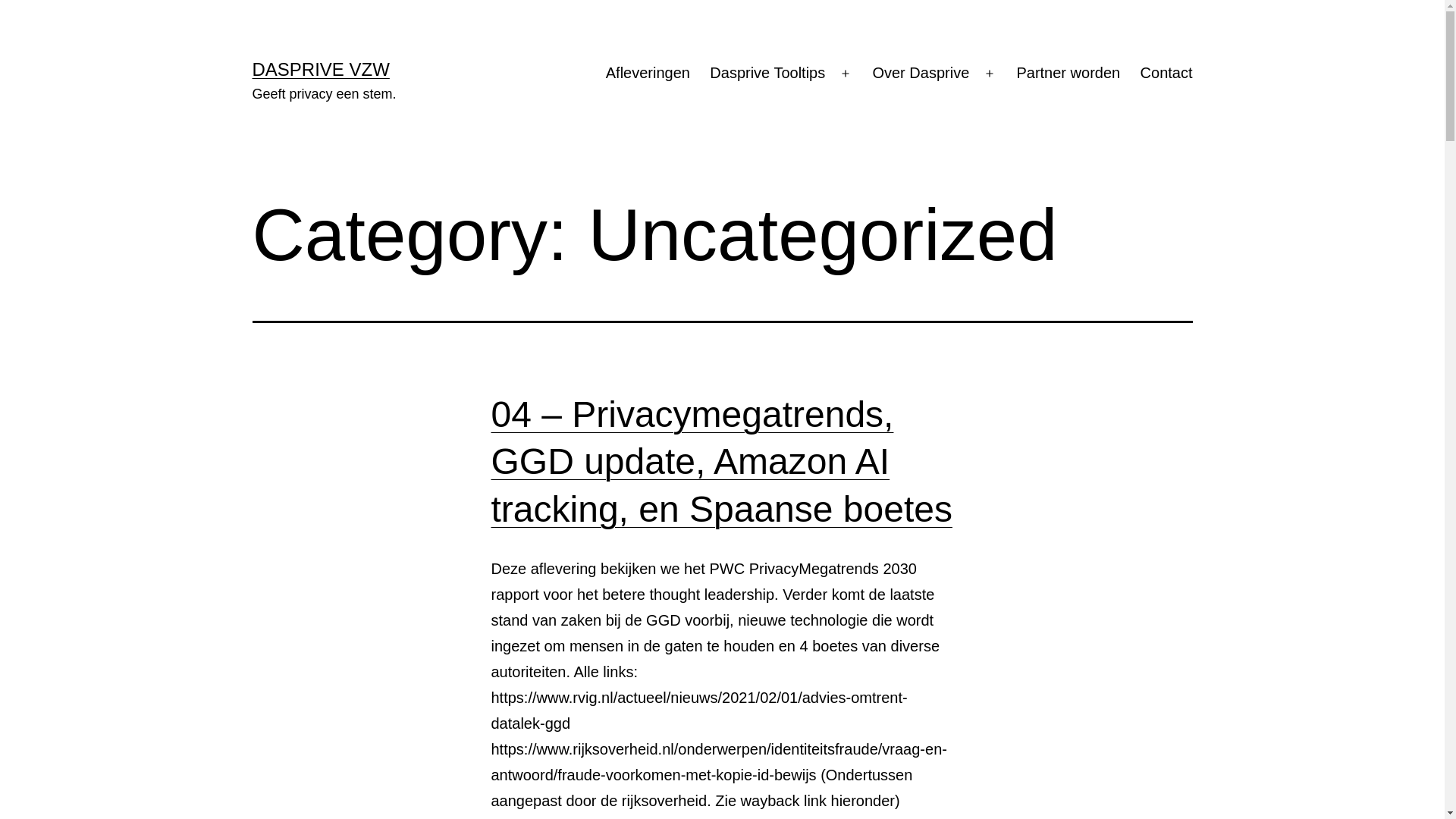 This screenshot has height=819, width=1456. Describe the element at coordinates (319, 69) in the screenshot. I see `'DASPRIVE VZW'` at that location.